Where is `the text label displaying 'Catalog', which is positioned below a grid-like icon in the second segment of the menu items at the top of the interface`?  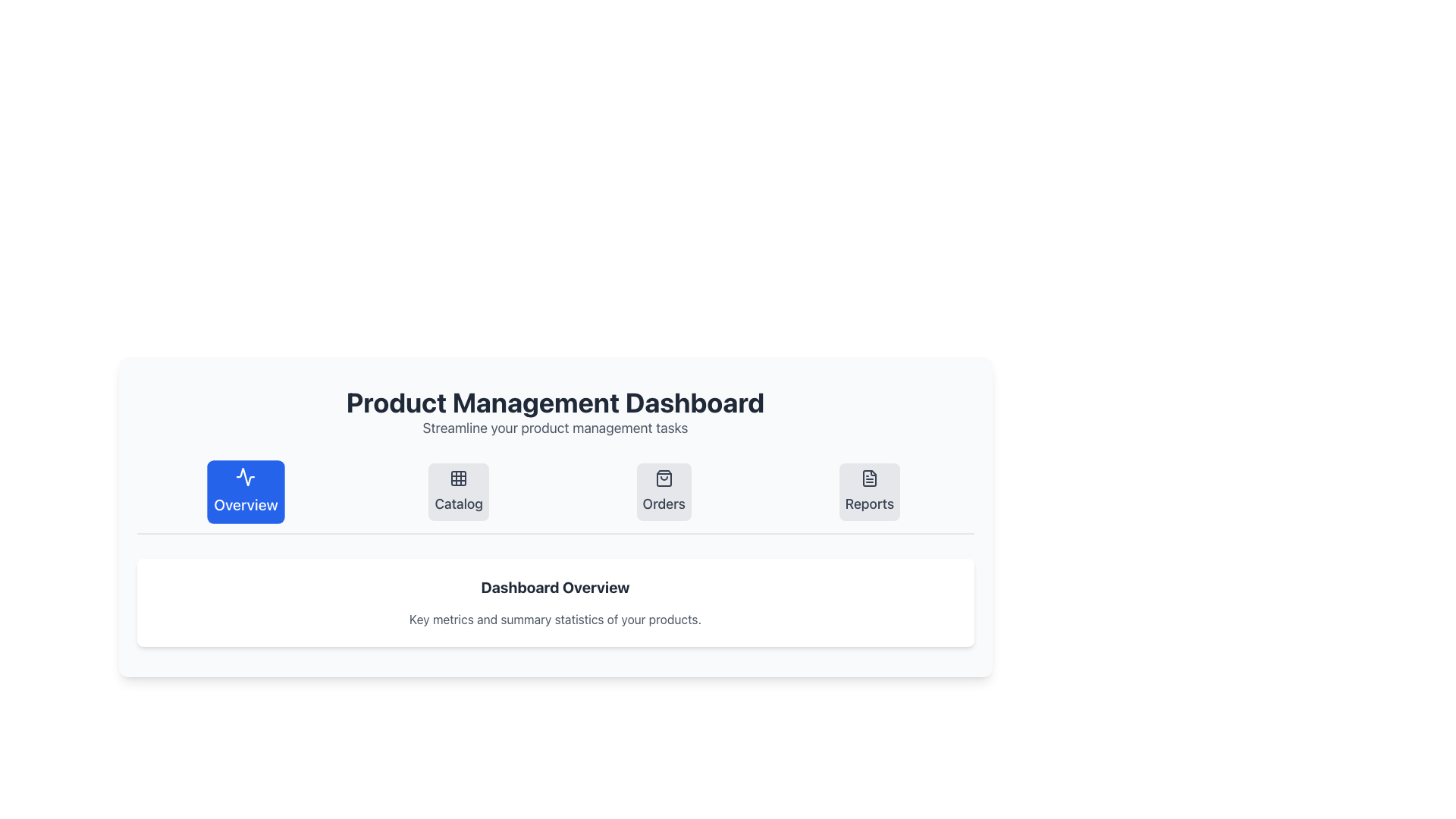 the text label displaying 'Catalog', which is positioned below a grid-like icon in the second segment of the menu items at the top of the interface is located at coordinates (458, 504).